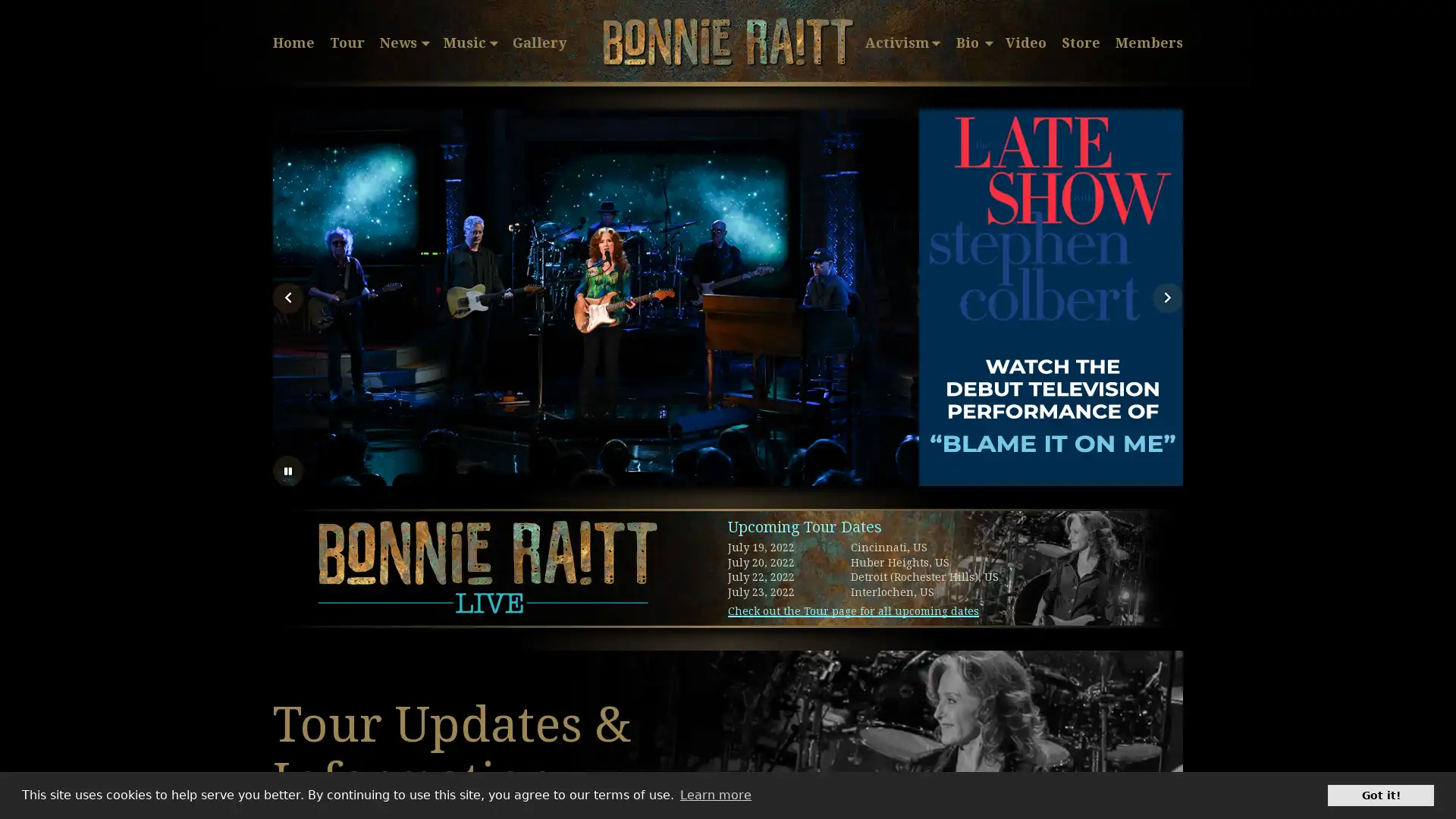 The height and width of the screenshot is (819, 1456). What do you see at coordinates (287, 470) in the screenshot?
I see `Stop automatic slide show` at bounding box center [287, 470].